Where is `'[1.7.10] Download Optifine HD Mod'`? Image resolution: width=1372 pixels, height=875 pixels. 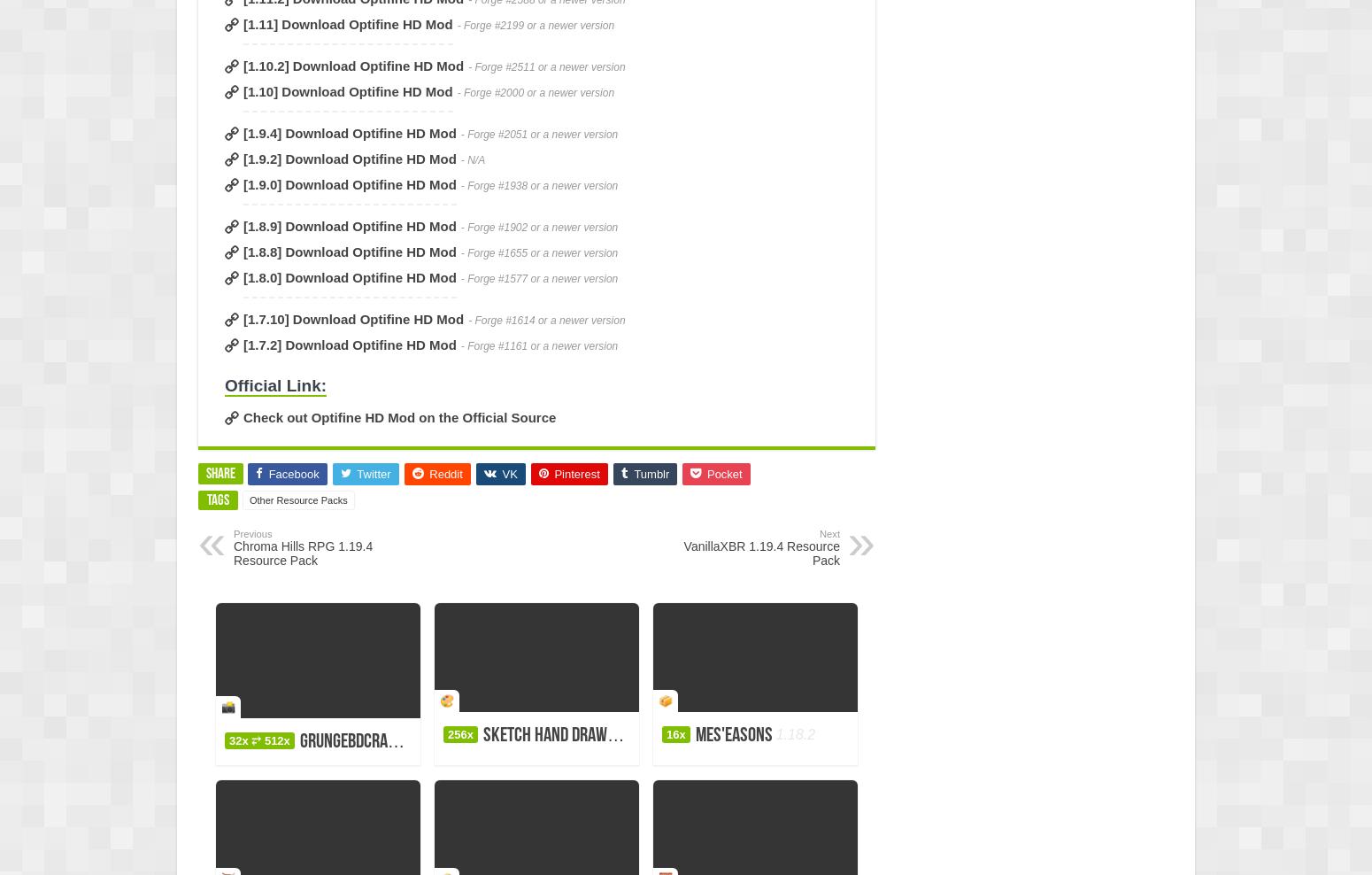
'[1.7.10] Download Optifine HD Mod' is located at coordinates (353, 319).